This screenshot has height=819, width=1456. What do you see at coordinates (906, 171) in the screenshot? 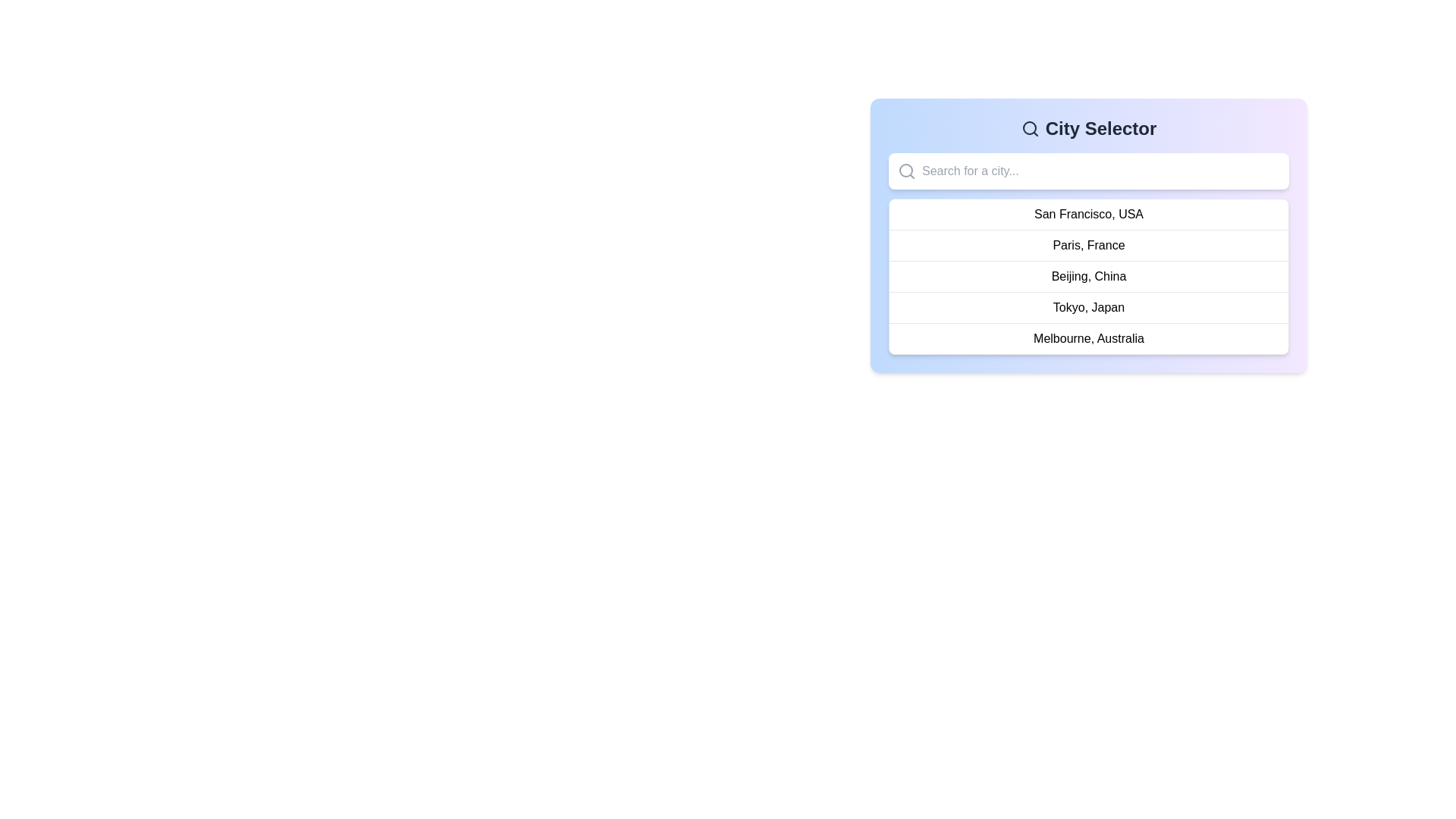
I see `the search icon located to the left of the input field labeled 'Search for a city...' within a white, rounded rectangle box` at bounding box center [906, 171].